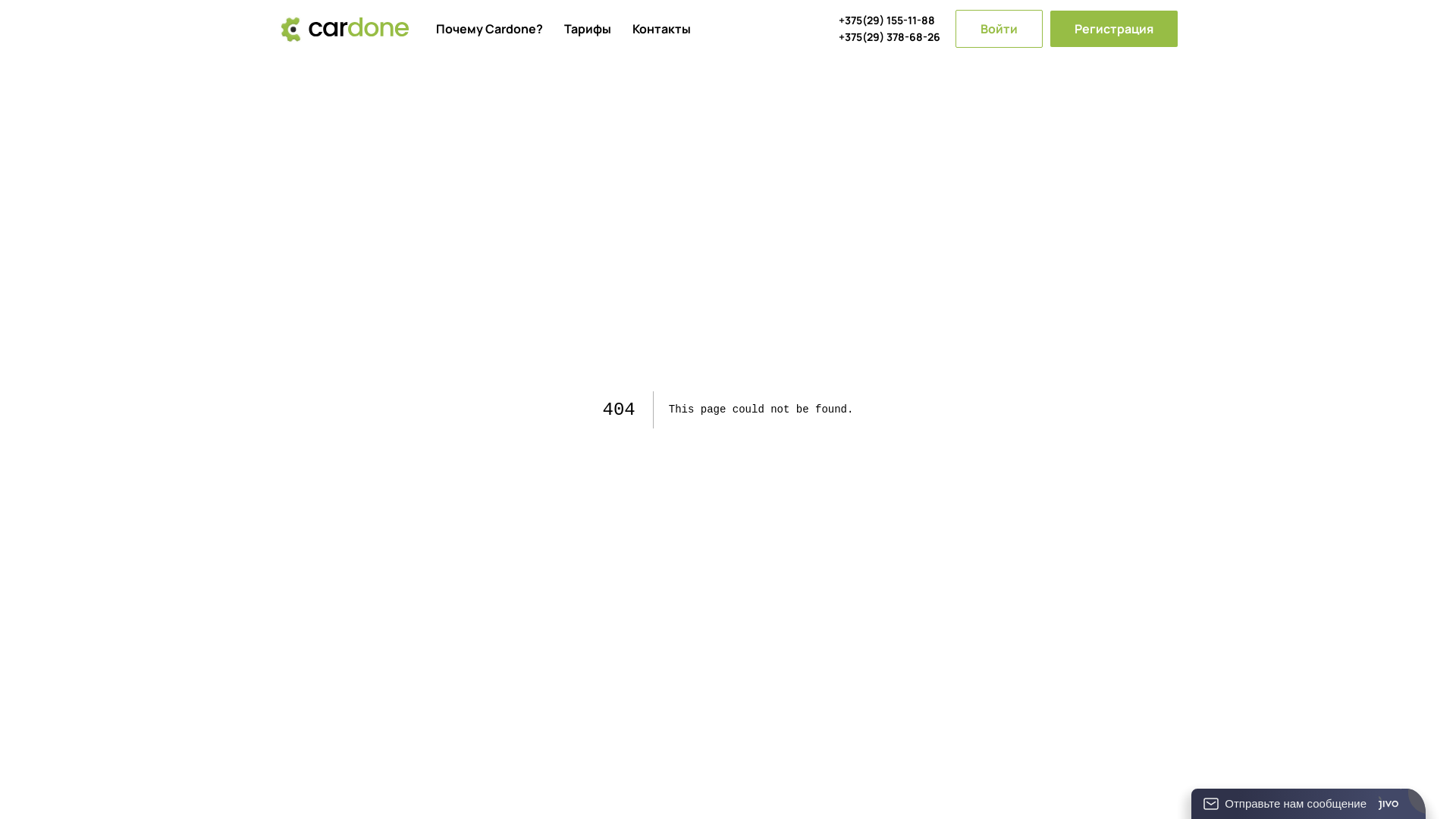 Image resolution: width=1456 pixels, height=819 pixels. What do you see at coordinates (889, 20) in the screenshot?
I see `'+375(29) 155-11-88'` at bounding box center [889, 20].